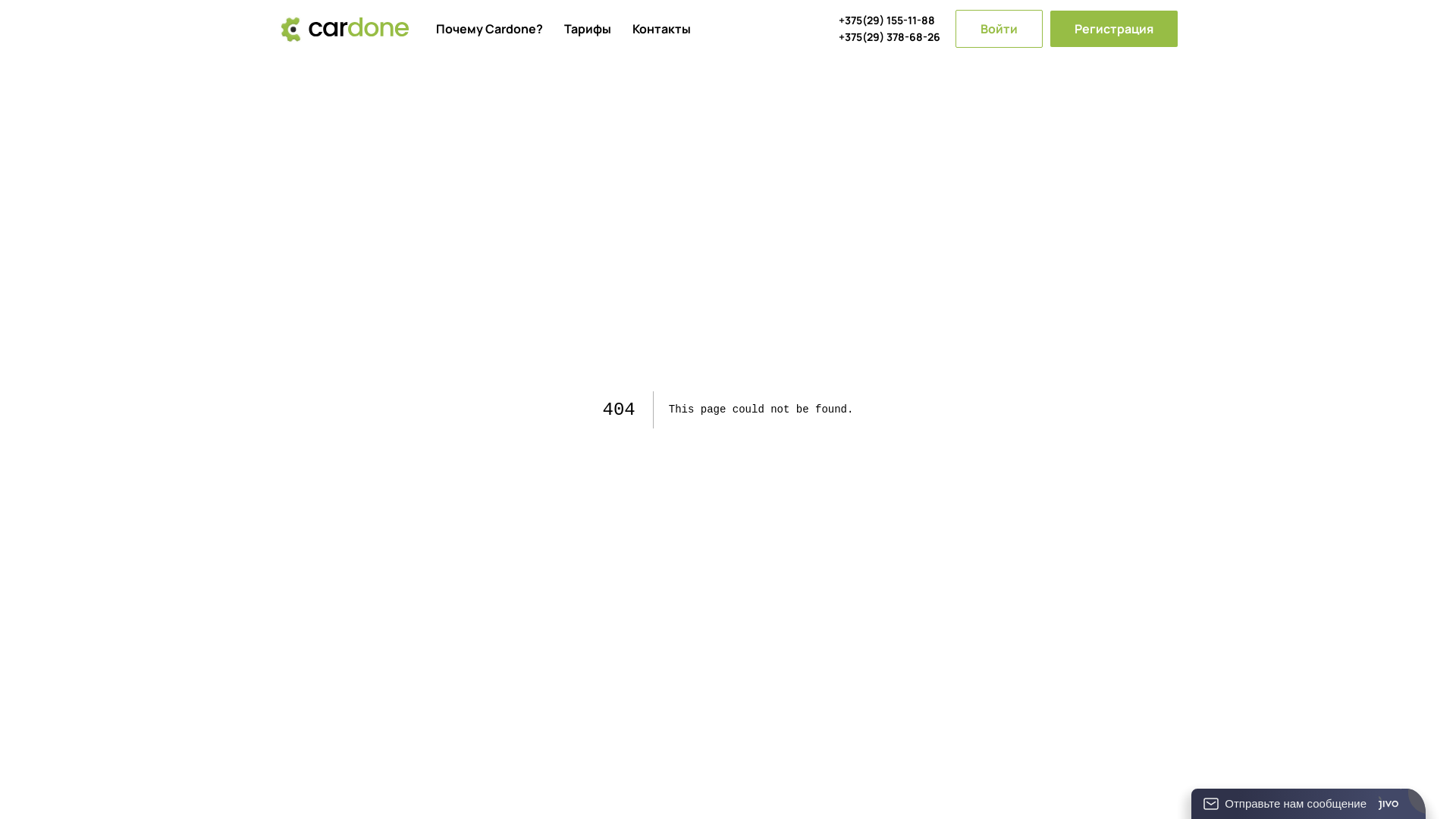 Image resolution: width=1456 pixels, height=819 pixels. What do you see at coordinates (889, 20) in the screenshot?
I see `'+375(29) 155-11-88'` at bounding box center [889, 20].